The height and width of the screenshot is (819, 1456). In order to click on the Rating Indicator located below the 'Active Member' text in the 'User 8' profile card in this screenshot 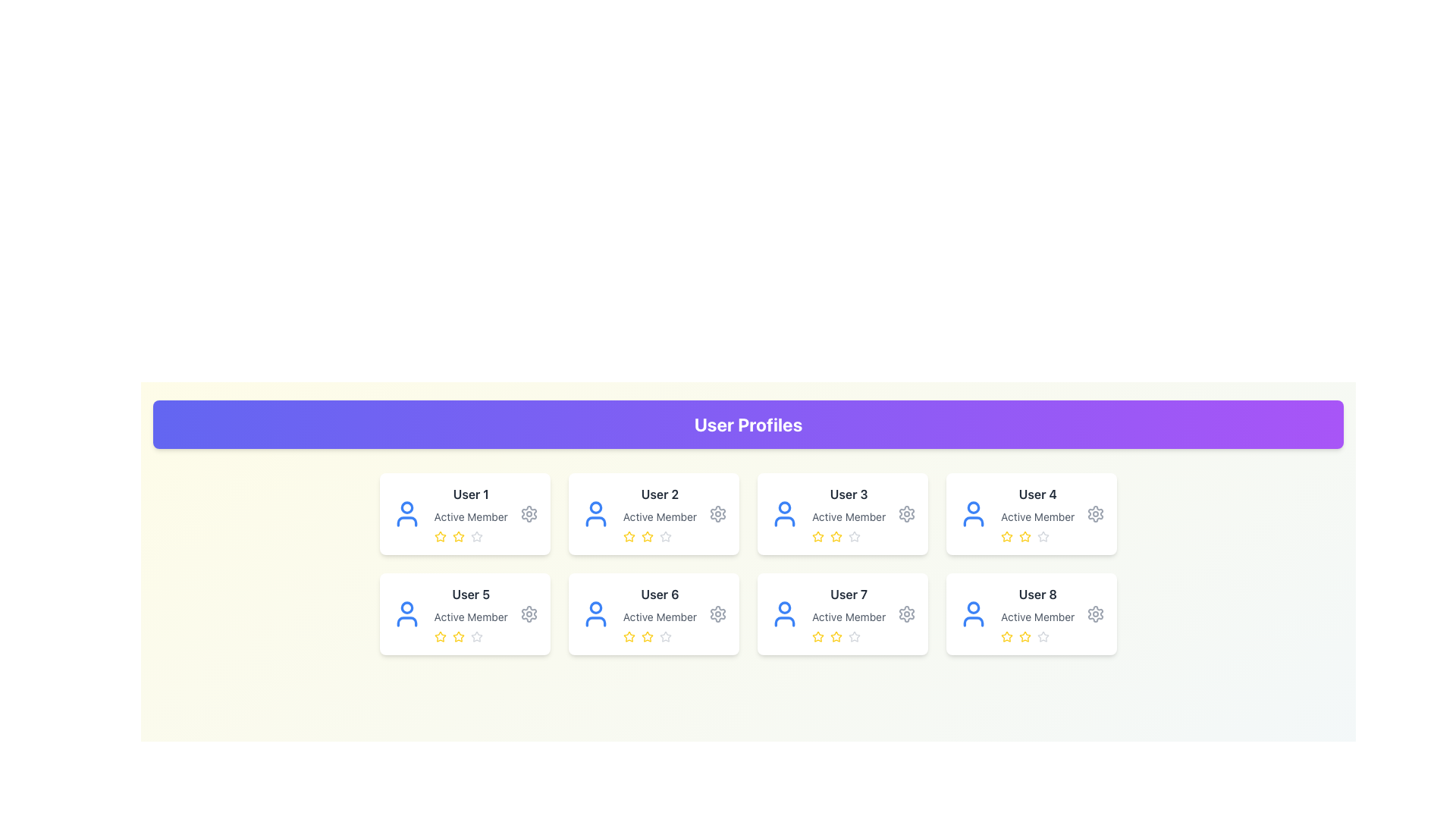, I will do `click(1037, 637)`.